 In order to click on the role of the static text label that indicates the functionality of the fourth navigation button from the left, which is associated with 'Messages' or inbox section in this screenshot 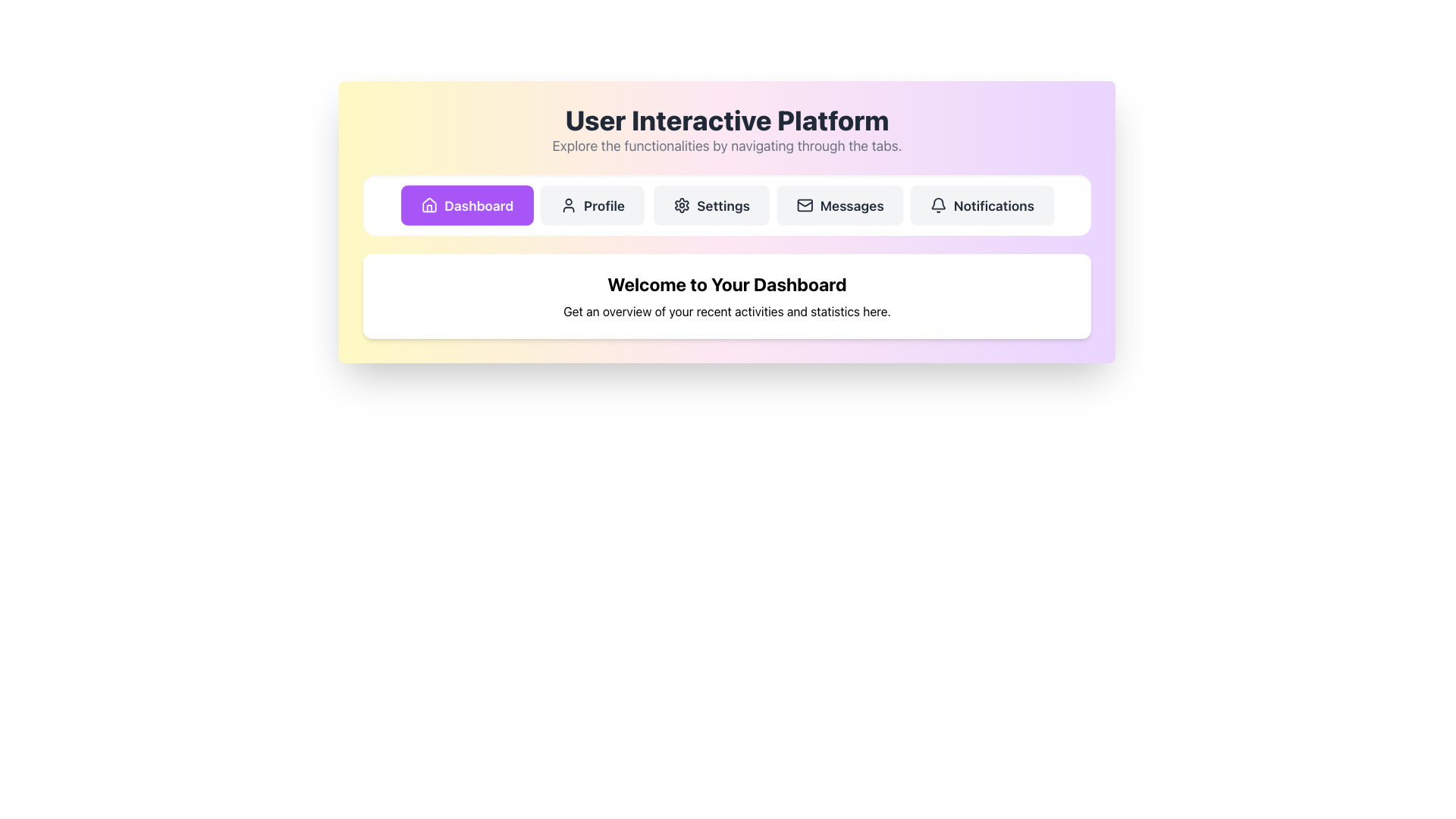, I will do `click(852, 205)`.